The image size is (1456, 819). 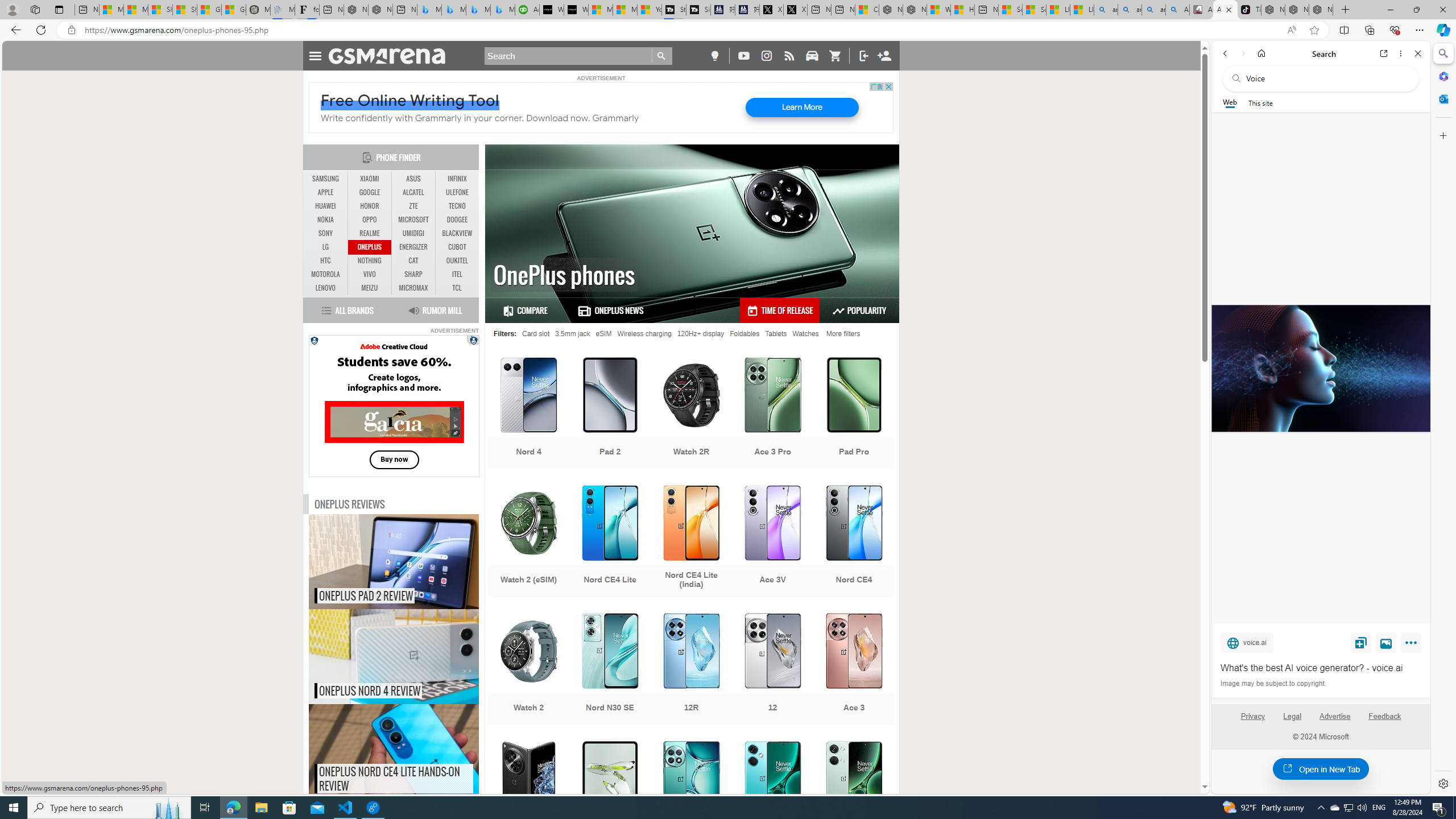 What do you see at coordinates (413, 220) in the screenshot?
I see `'MICROSOFT'` at bounding box center [413, 220].